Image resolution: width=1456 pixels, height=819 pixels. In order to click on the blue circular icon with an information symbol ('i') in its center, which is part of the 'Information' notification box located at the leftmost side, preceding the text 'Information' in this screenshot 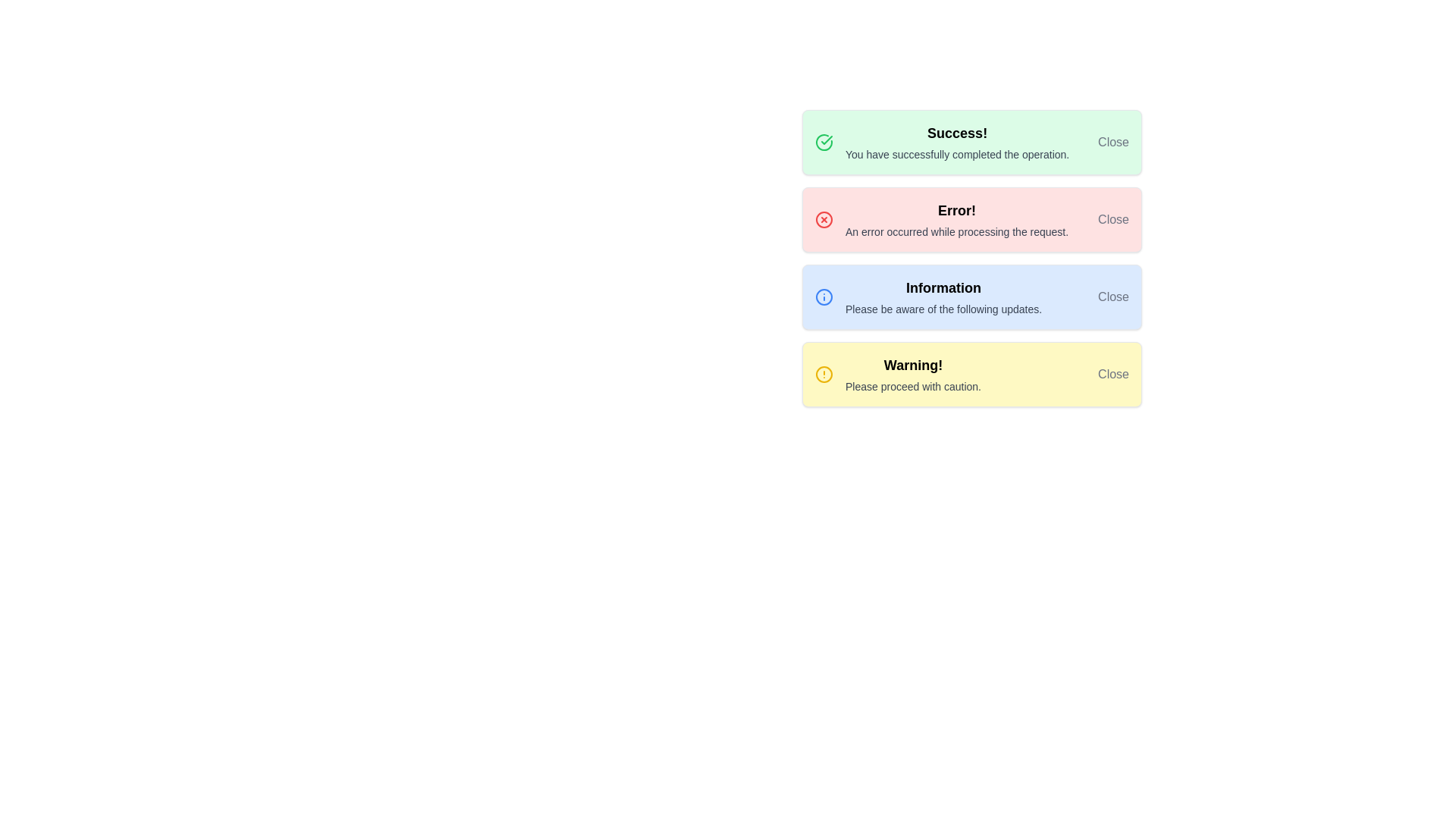, I will do `click(823, 297)`.